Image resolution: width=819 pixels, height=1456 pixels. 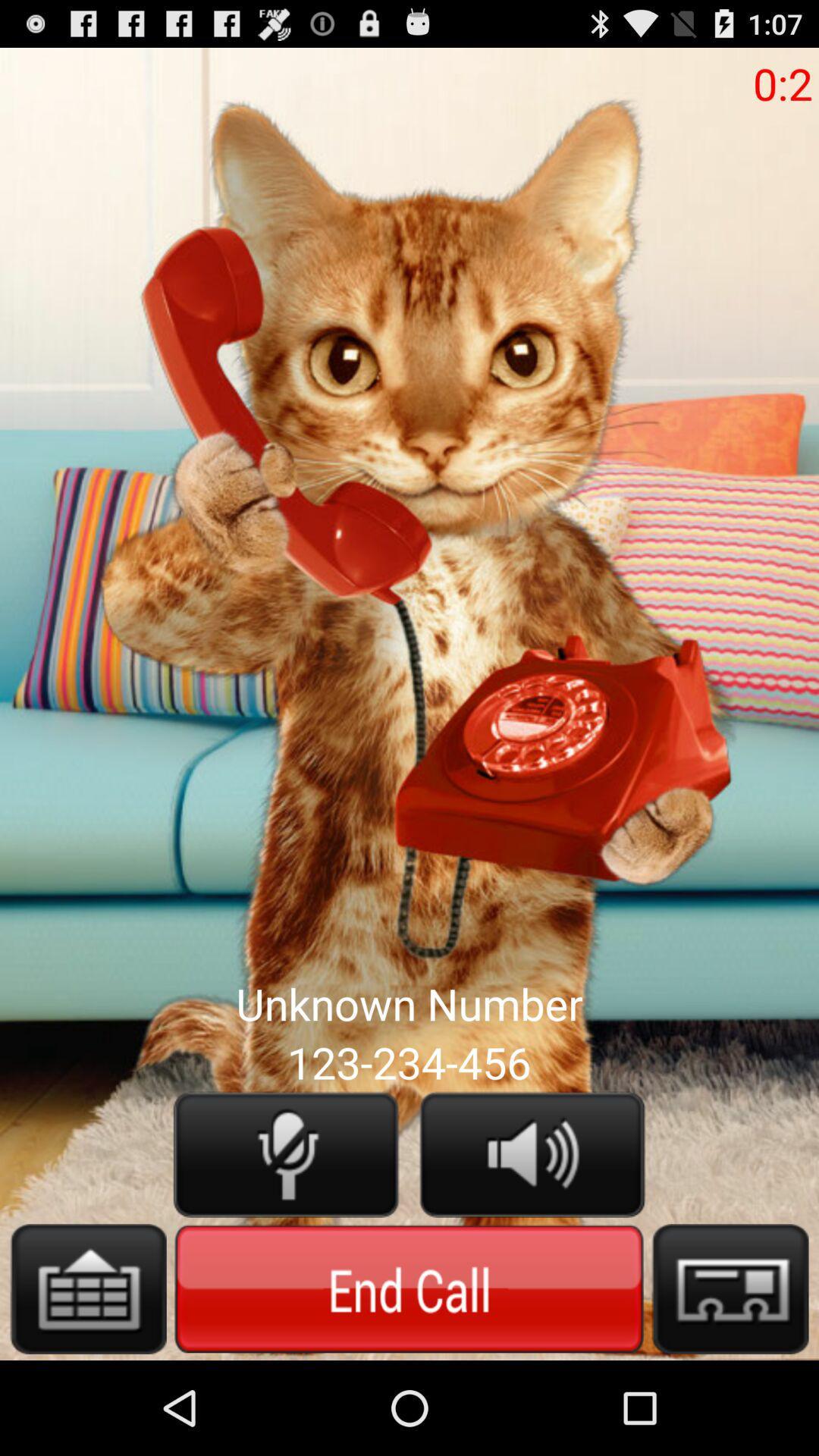 What do you see at coordinates (286, 1153) in the screenshot?
I see `mute option` at bounding box center [286, 1153].